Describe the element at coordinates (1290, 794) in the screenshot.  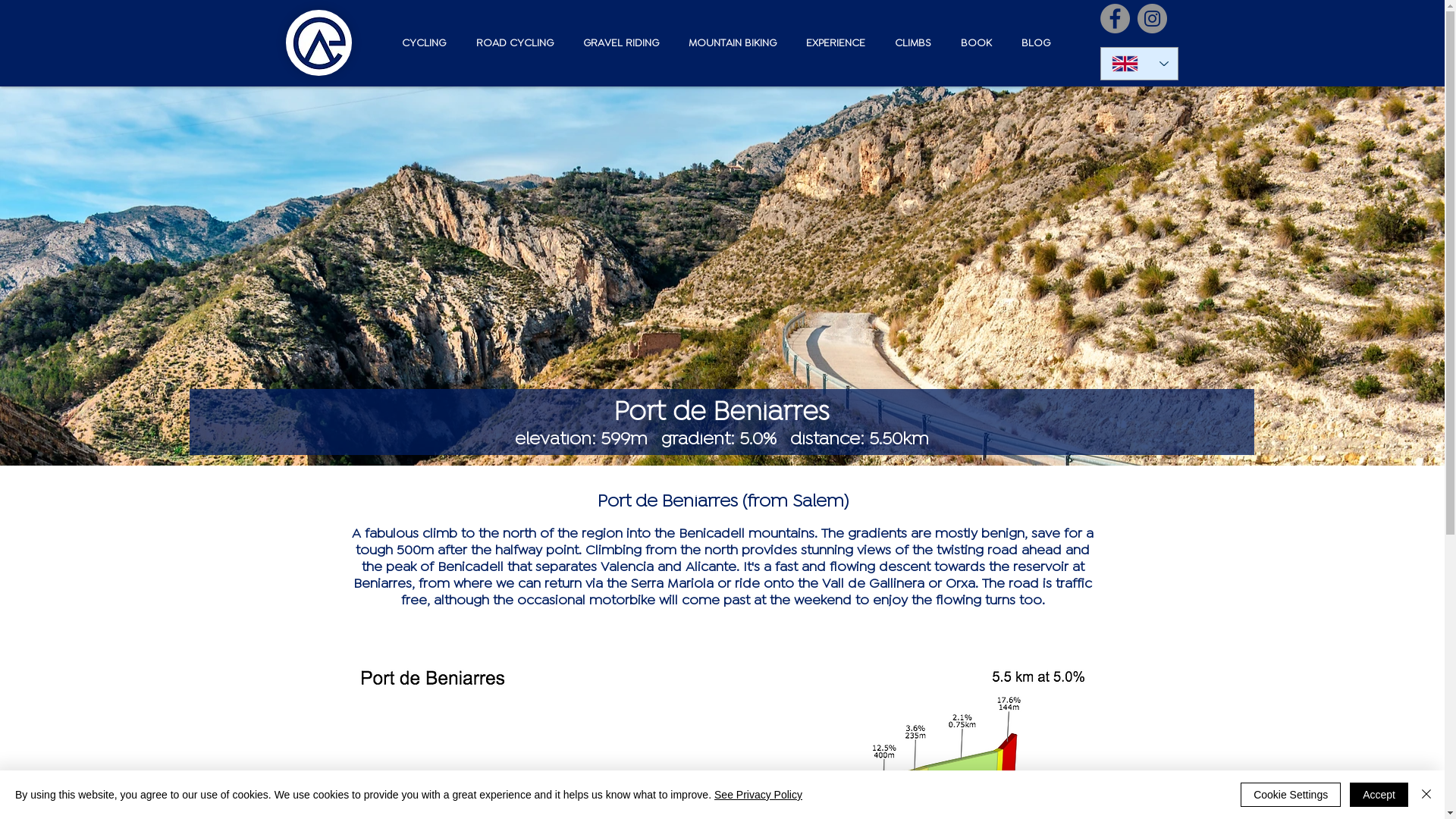
I see `'Cookie Settings'` at that location.